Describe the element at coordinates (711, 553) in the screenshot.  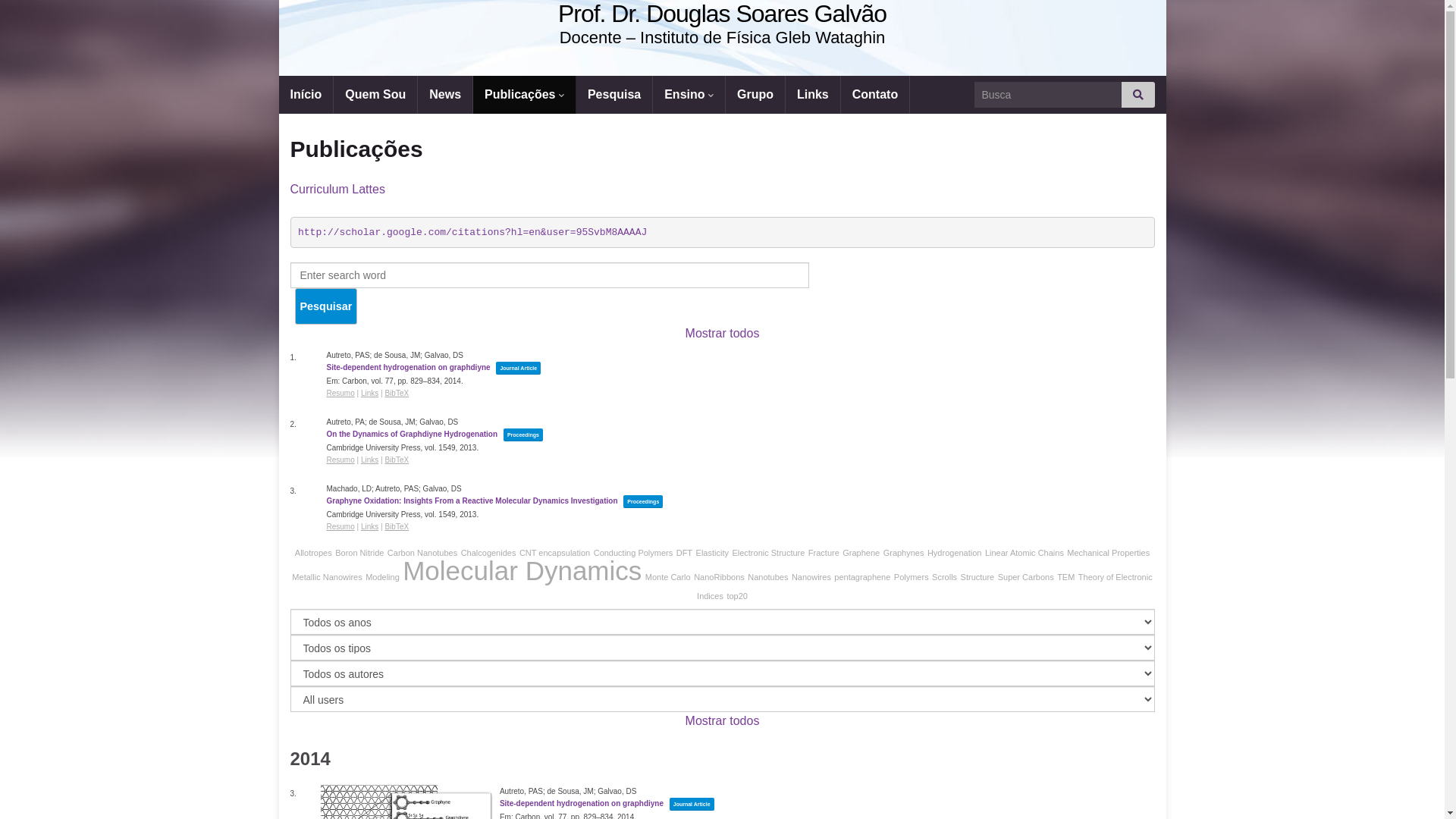
I see `'Elasticity'` at that location.